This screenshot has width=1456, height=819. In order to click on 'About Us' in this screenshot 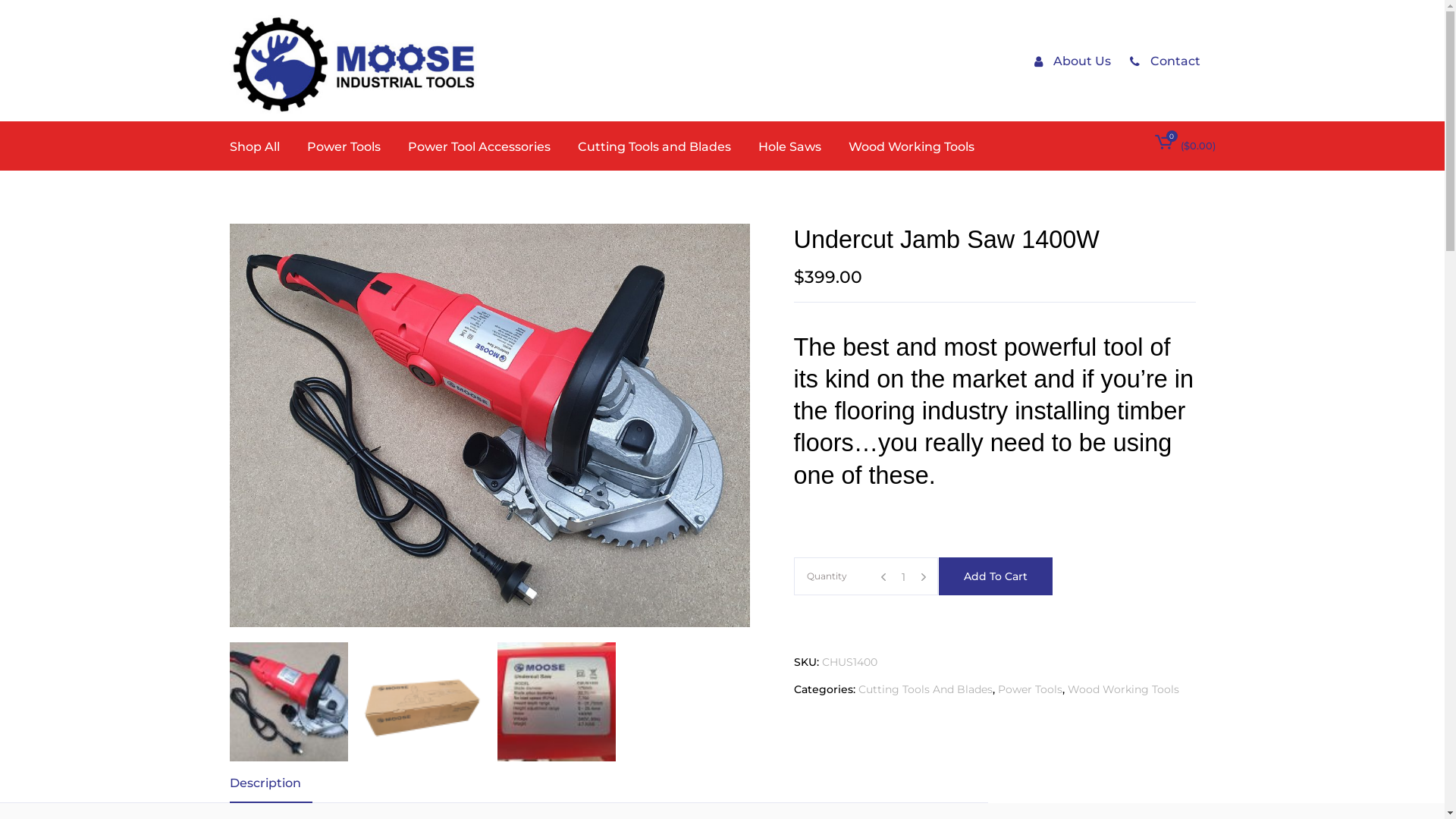, I will do `click(1033, 60)`.